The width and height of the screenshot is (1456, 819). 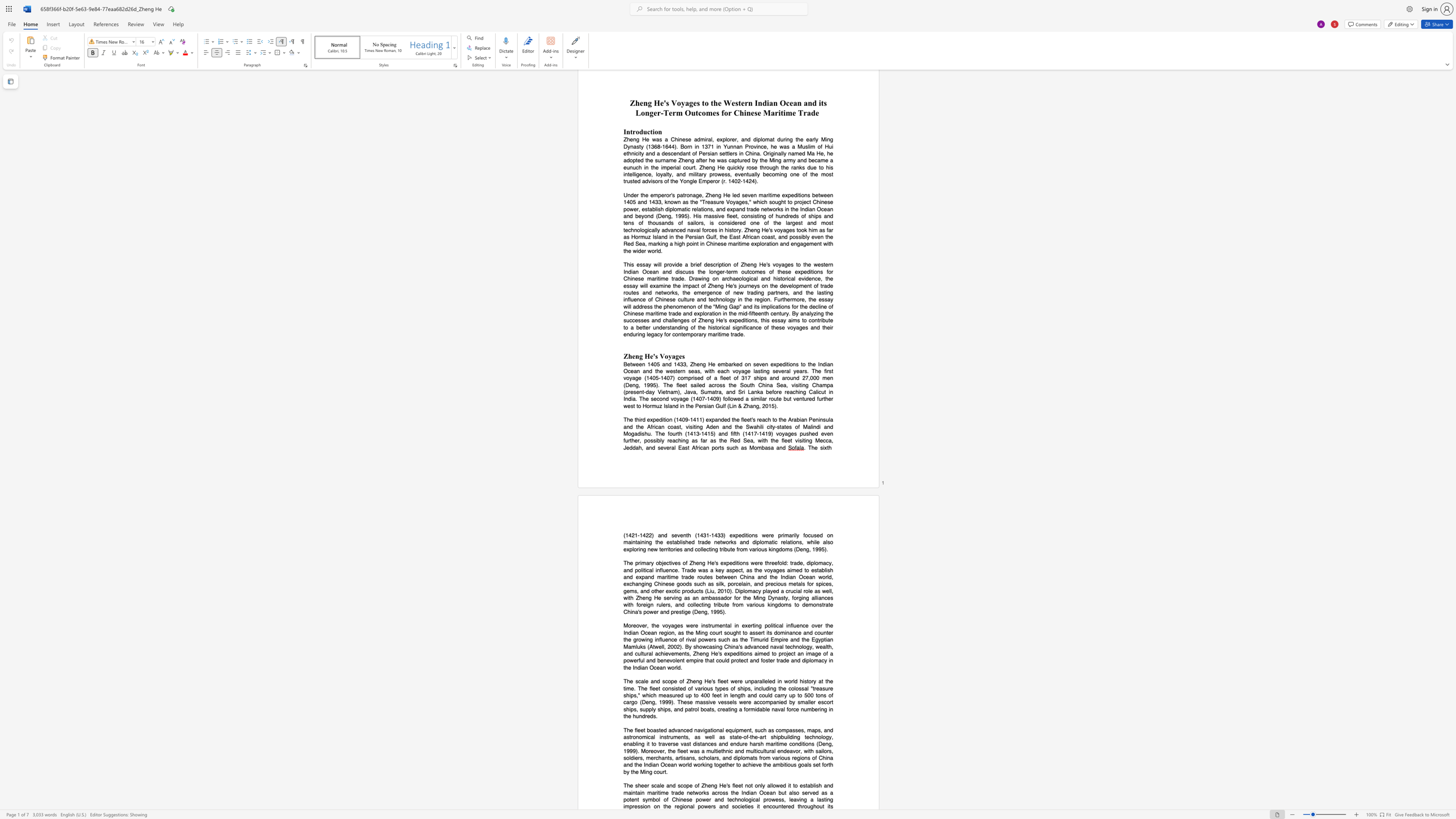 I want to click on the subset text "re" within the text "a lasting impression", so click(x=632, y=806).